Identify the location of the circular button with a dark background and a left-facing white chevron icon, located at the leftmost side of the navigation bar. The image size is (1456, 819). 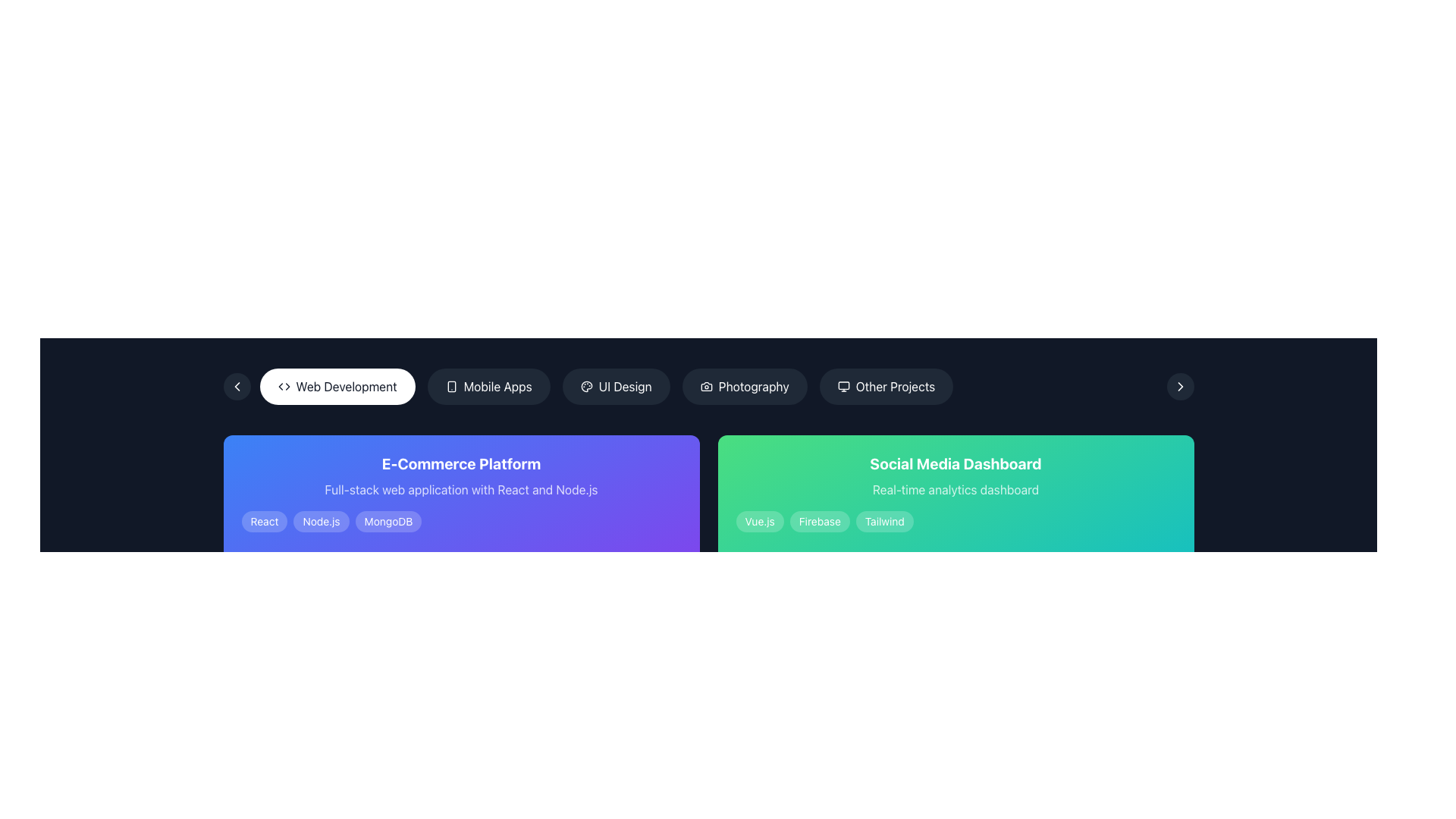
(236, 385).